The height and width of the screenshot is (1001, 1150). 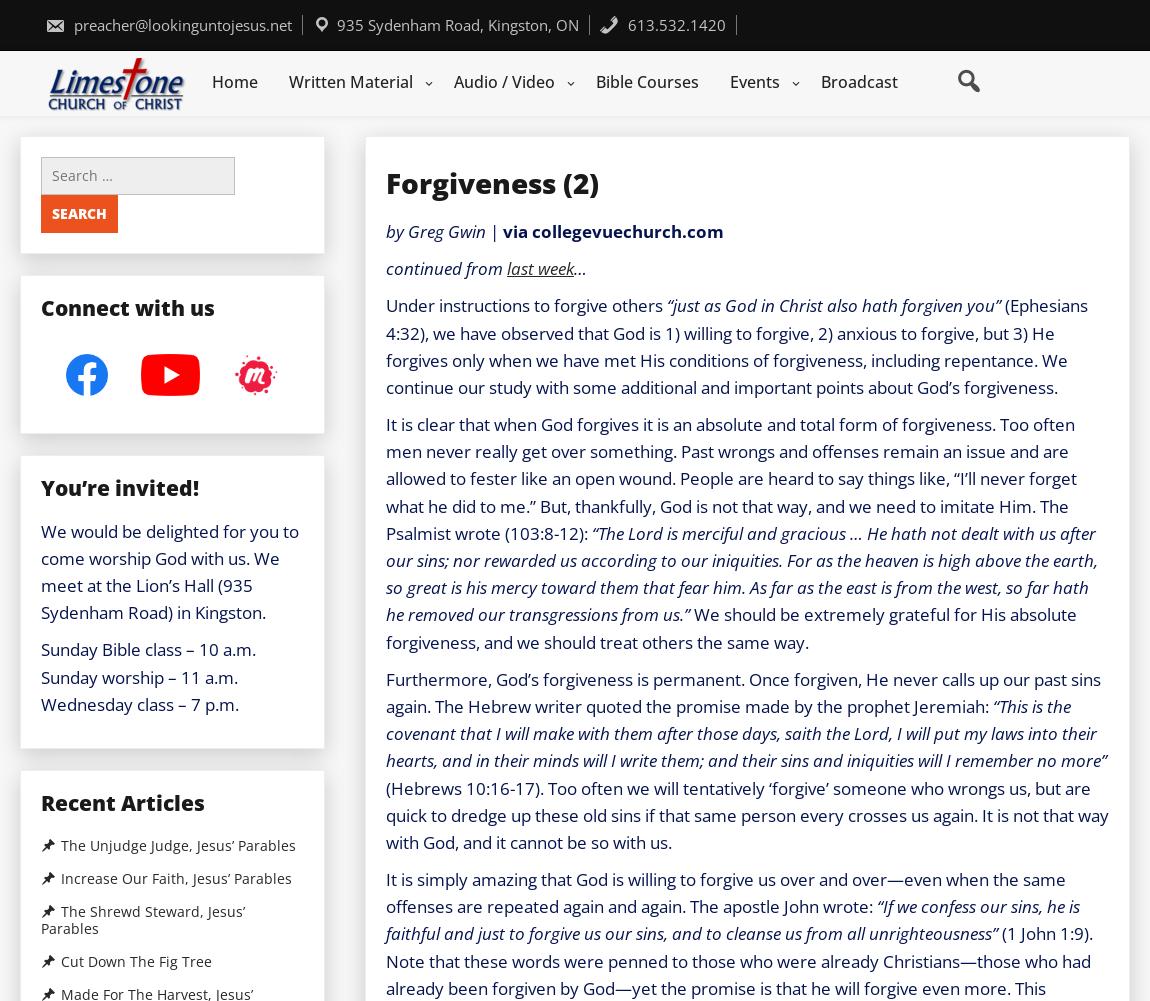 I want to click on '(Ephesians 4:32), we have observed that God is 1) willing to forgive, 2) anxious to forgive, but 3) He forgives only when we have met His conditions of forgiveness, including repentance. We continue our study with some additional and important points about God’s forgiveness.', so click(x=736, y=346).